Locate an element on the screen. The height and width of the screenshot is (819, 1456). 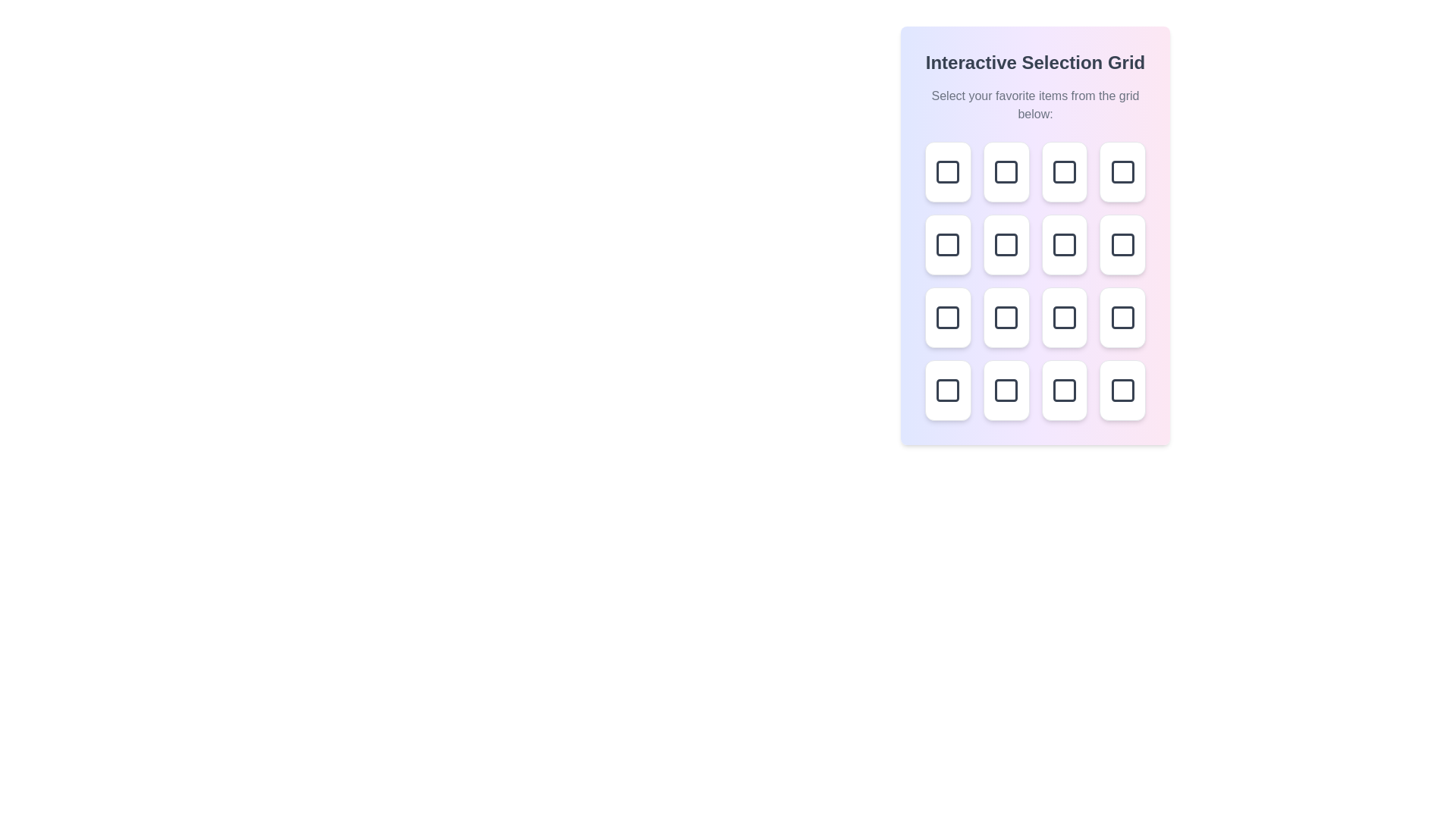
the button located in the second row, first column of the interactive grid to interact via keyboard is located at coordinates (947, 244).